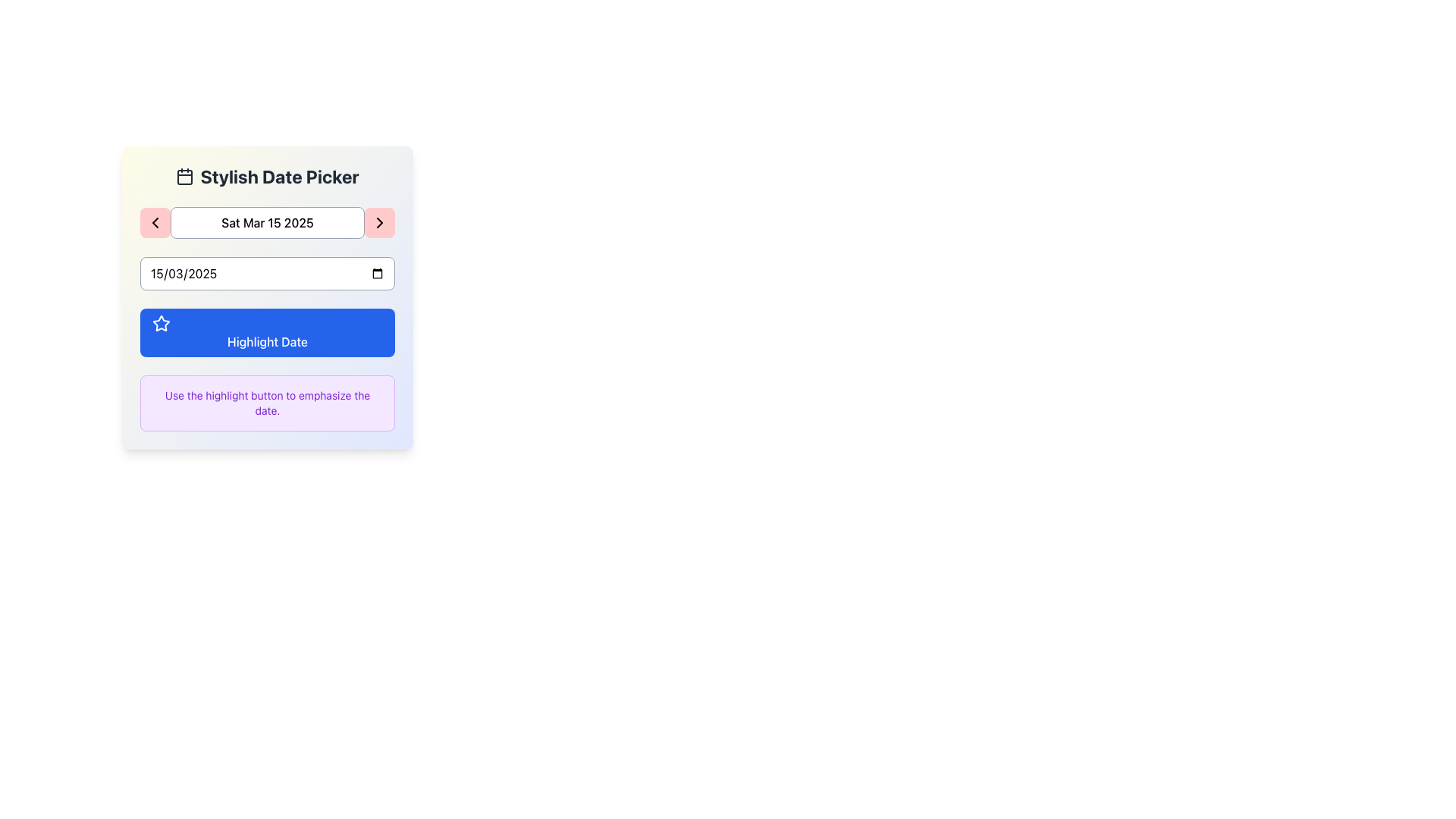 This screenshot has height=819, width=1456. What do you see at coordinates (379, 222) in the screenshot?
I see `the small rounded rectangular button with a red background and a rightward-facing arrow icon` at bounding box center [379, 222].